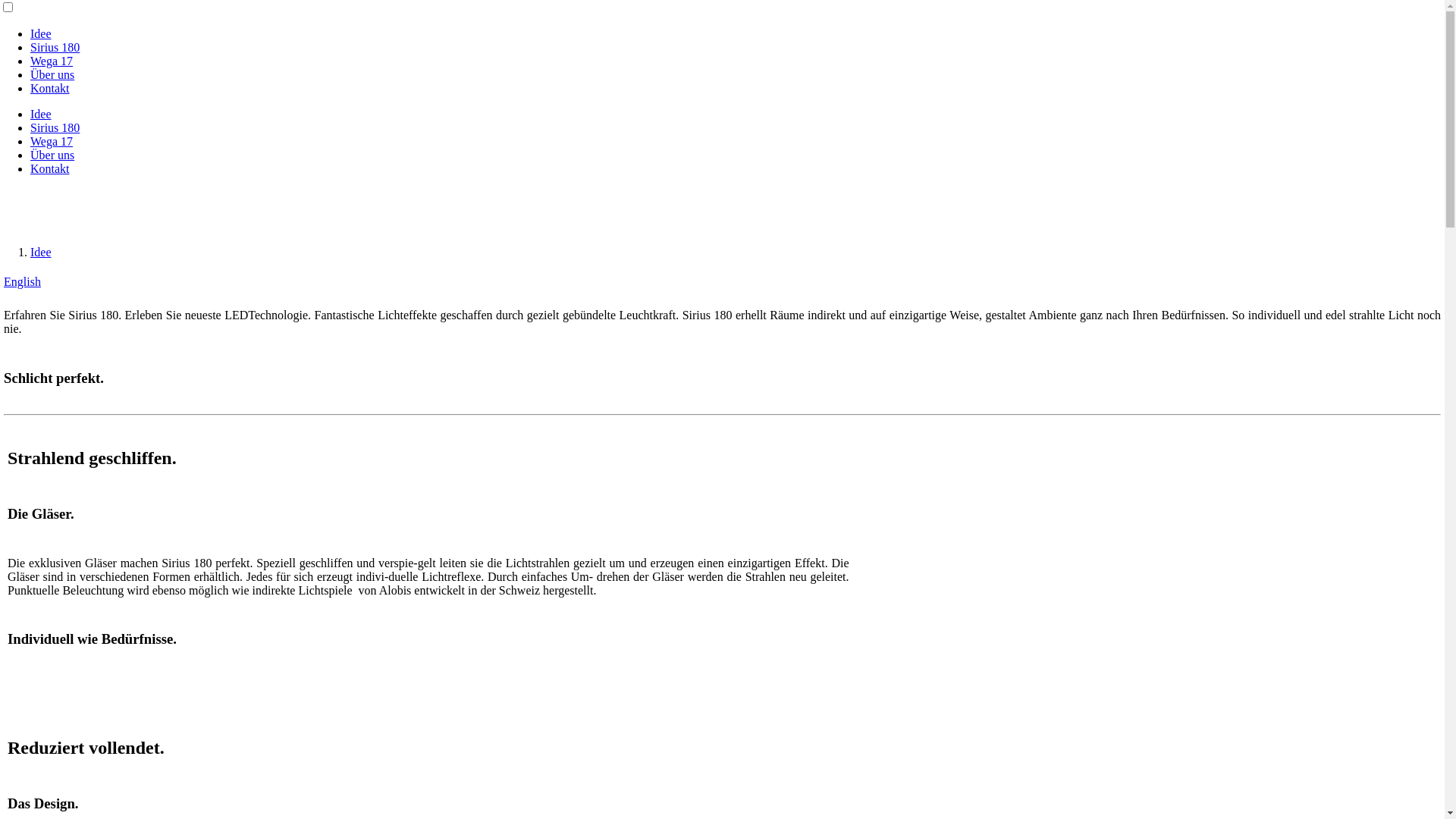 The width and height of the screenshot is (1456, 819). Describe the element at coordinates (30, 251) in the screenshot. I see `'Idee'` at that location.